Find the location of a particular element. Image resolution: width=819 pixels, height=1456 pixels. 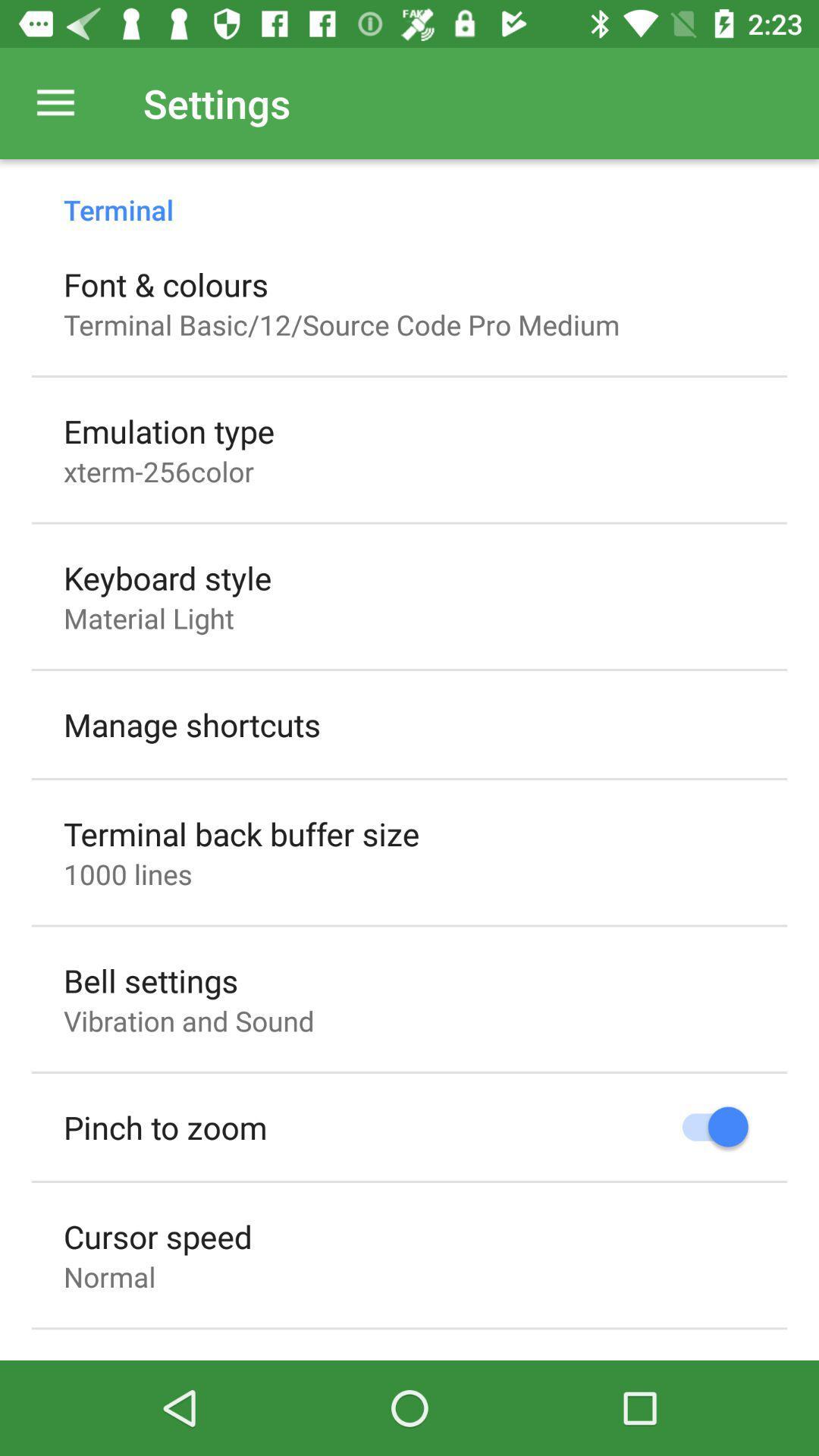

the item above xterm-256color icon is located at coordinates (169, 430).